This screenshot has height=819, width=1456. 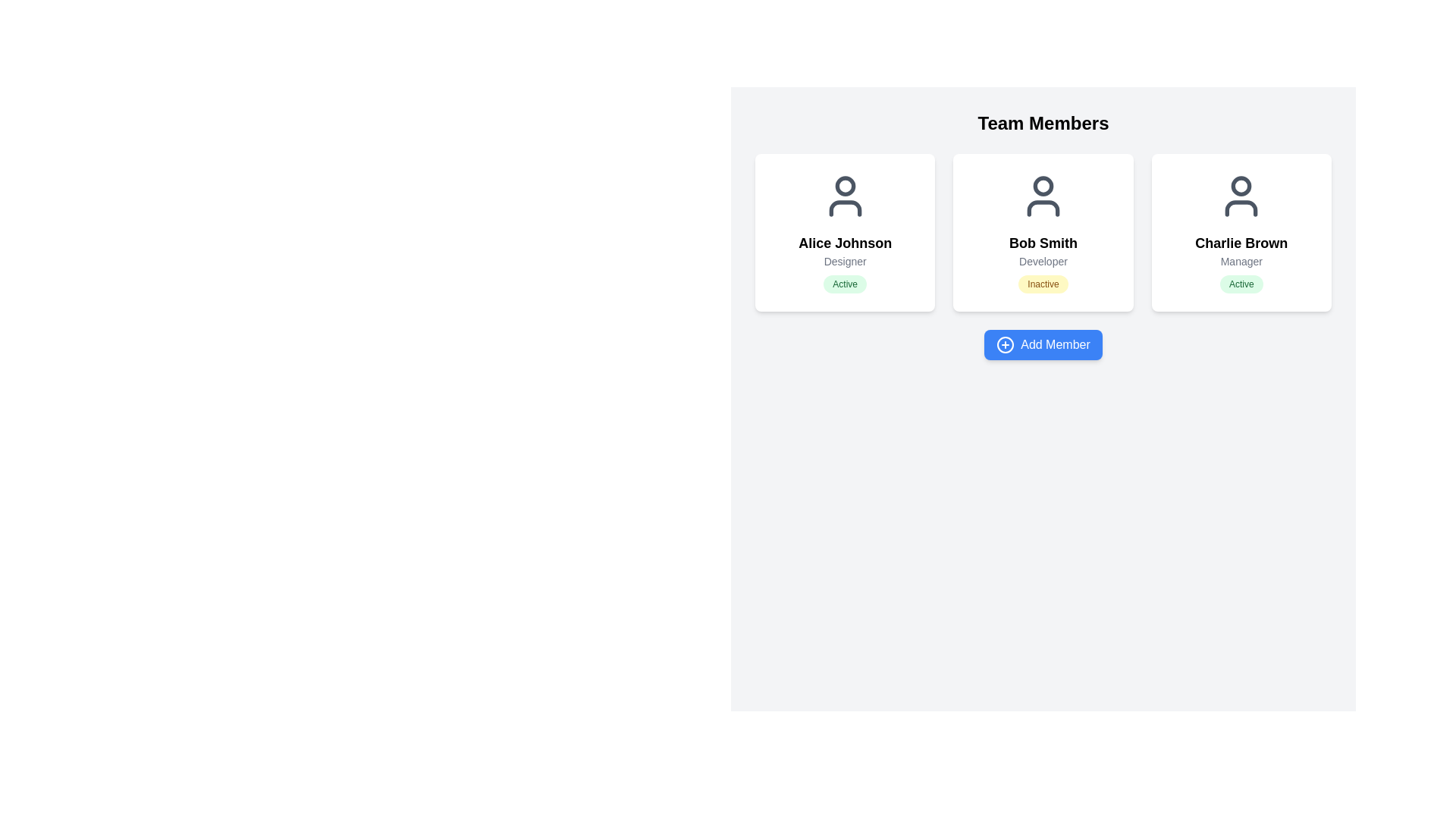 I want to click on the SVG circle that represents the 'Add Member' button, which is located below the three member cards on the right side of the interface, so click(x=1006, y=345).